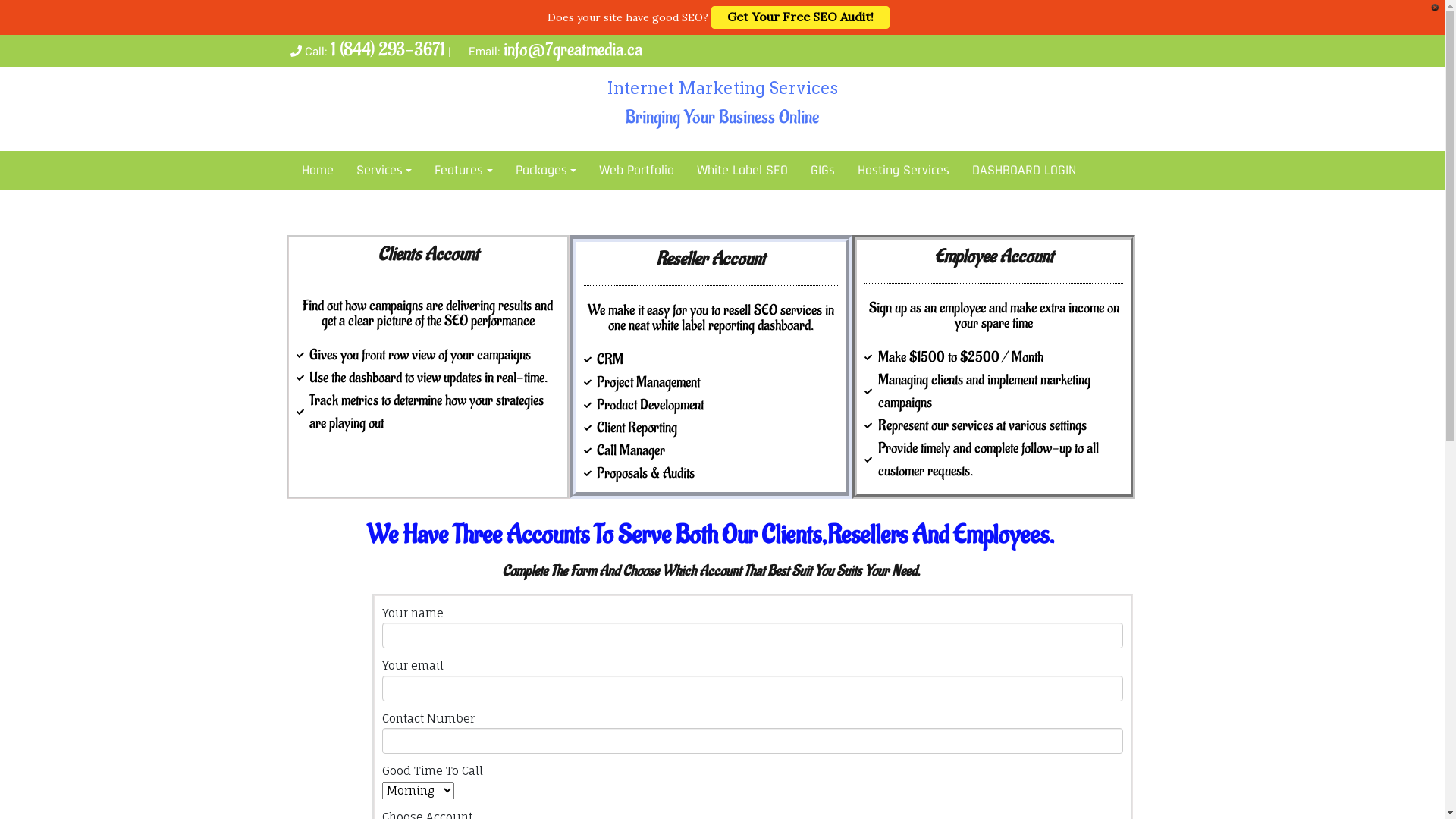 This screenshot has height=819, width=1456. Describe the element at coordinates (1024, 170) in the screenshot. I see `'DASHBOARD LOGIN'` at that location.